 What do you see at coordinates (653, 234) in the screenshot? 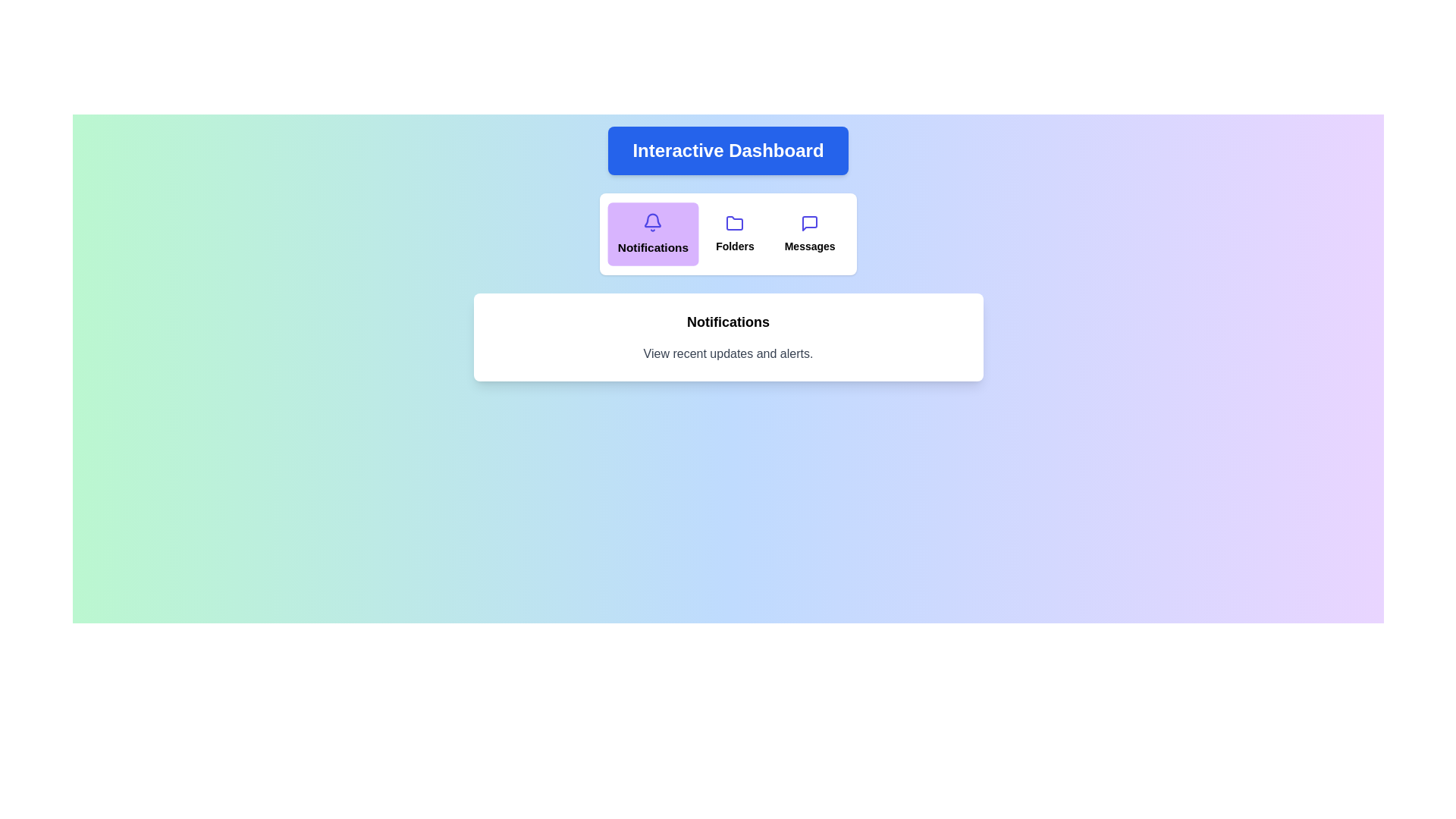
I see `the Notifications button` at bounding box center [653, 234].